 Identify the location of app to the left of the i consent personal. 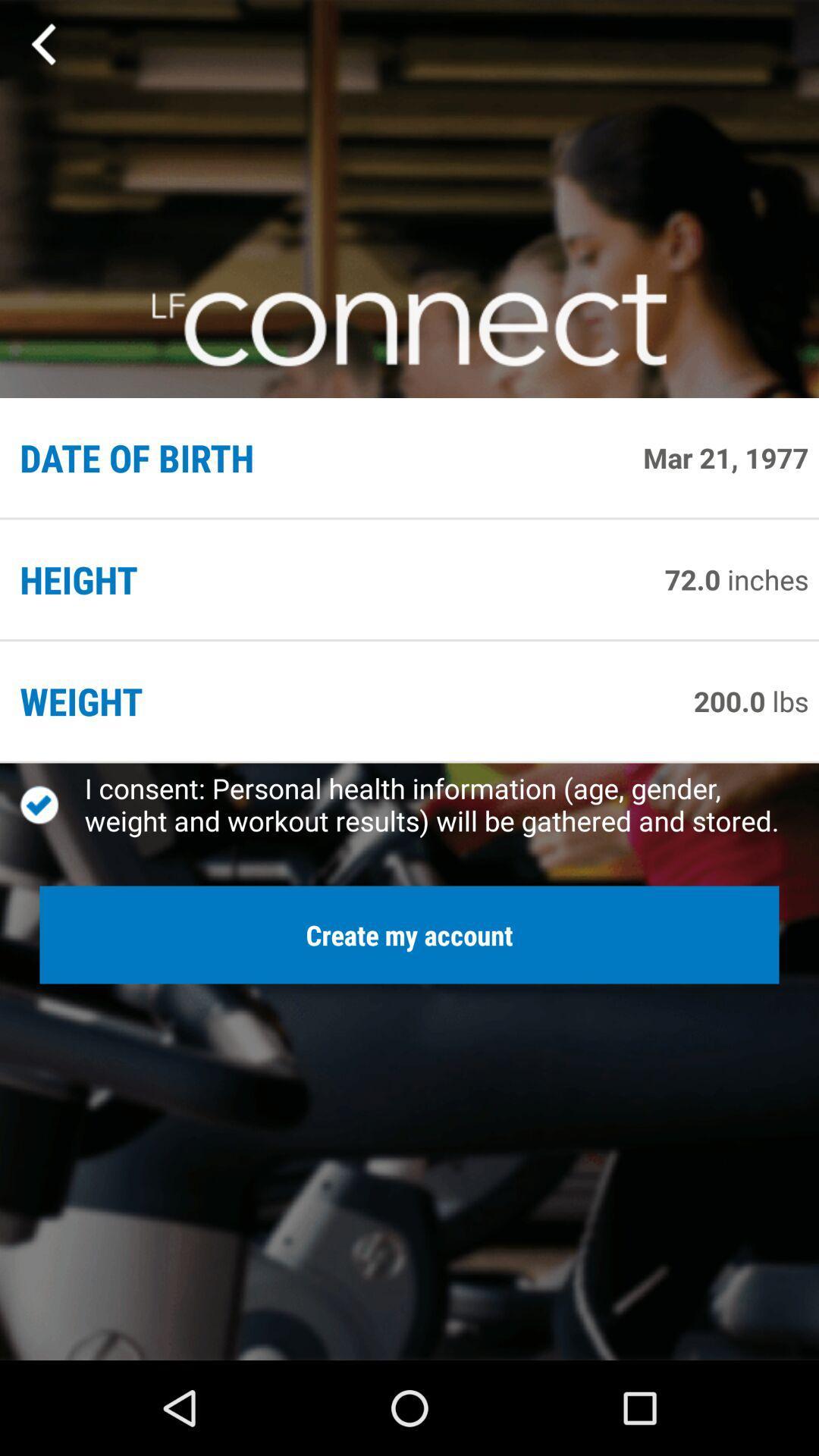
(52, 804).